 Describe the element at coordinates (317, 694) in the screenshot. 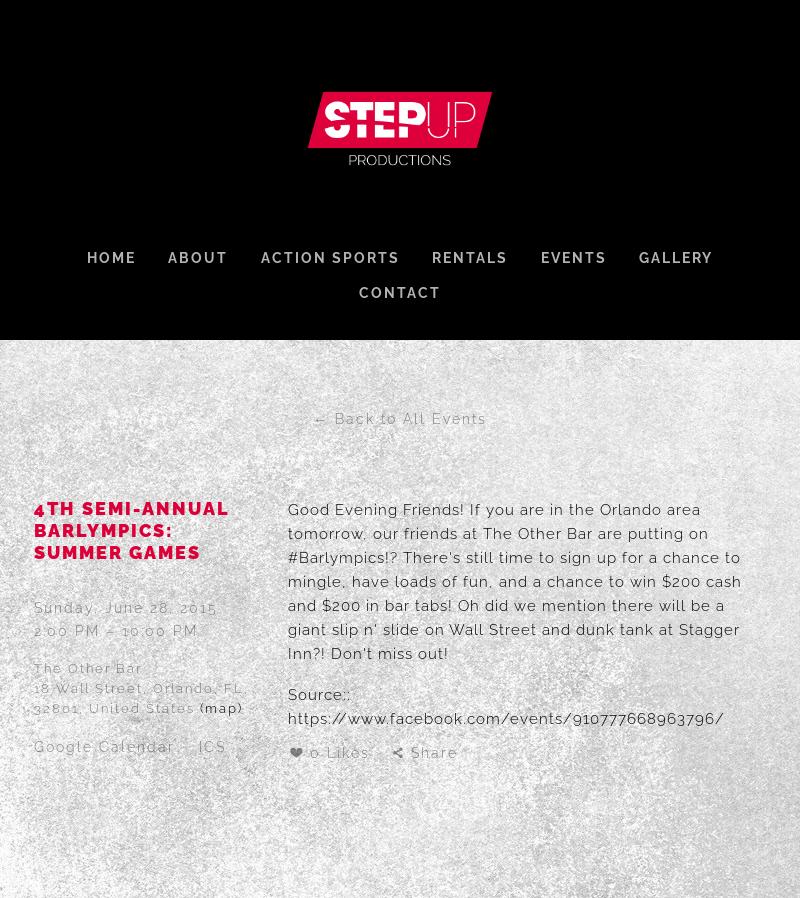

I see `'Source::'` at that location.